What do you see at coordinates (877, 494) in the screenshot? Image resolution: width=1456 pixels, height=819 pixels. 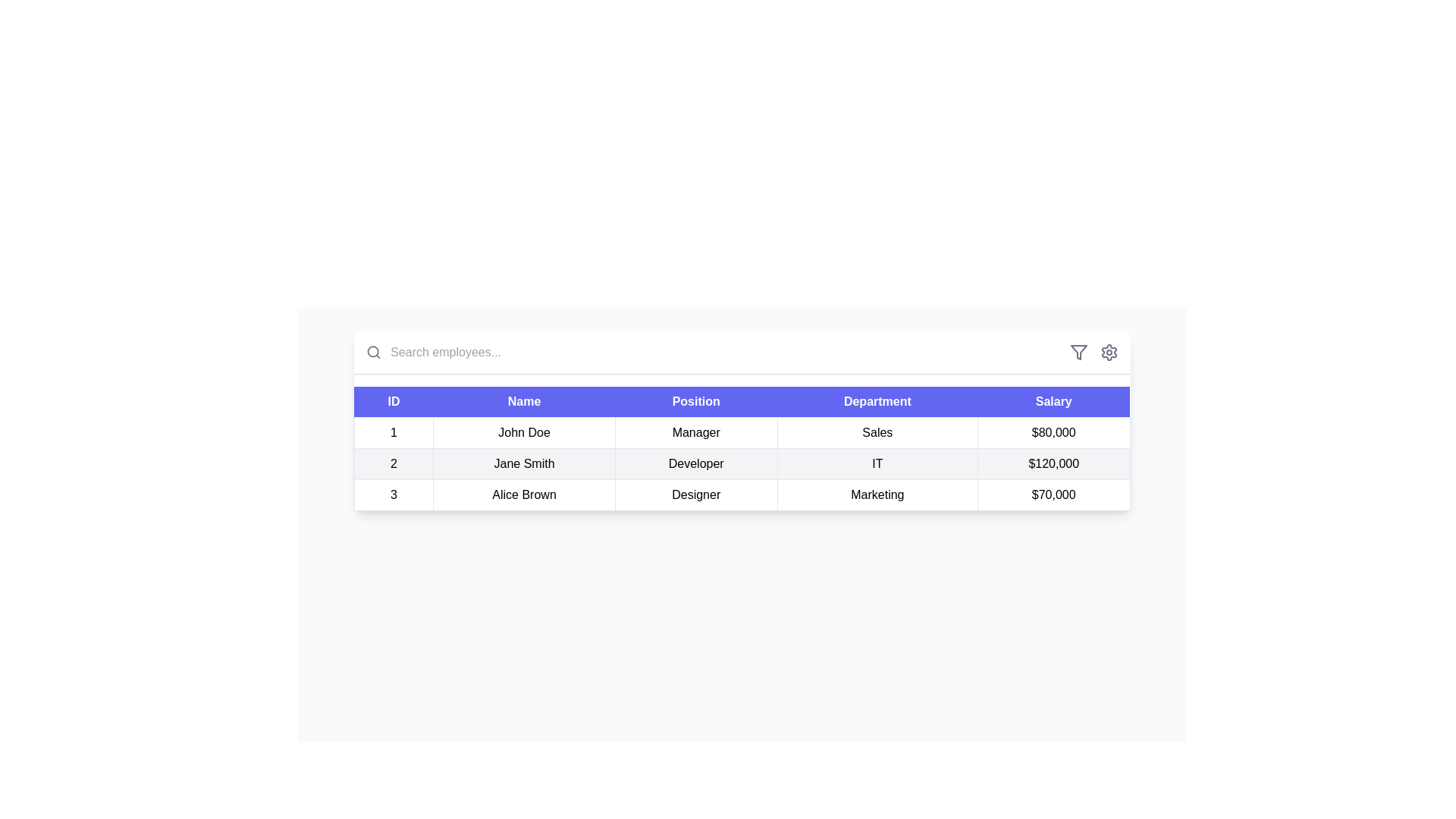 I see `the text display field containing the text 'Marketing' in the 'Department' column of the employee record for 'Alice Brown'` at bounding box center [877, 494].